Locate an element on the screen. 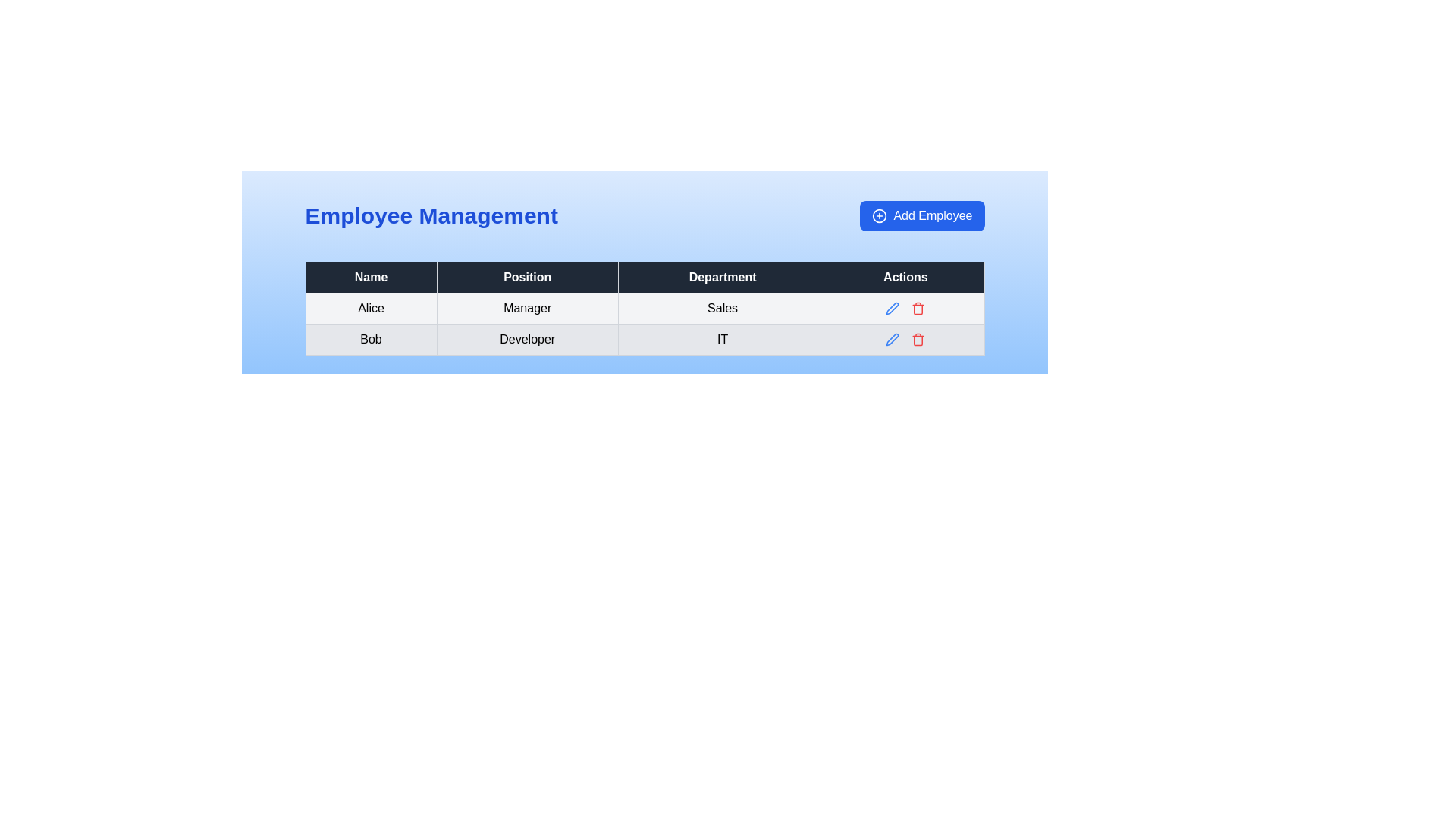  the delete action button located in the 'Actions' column for the first row under 'Alice' is located at coordinates (918, 308).